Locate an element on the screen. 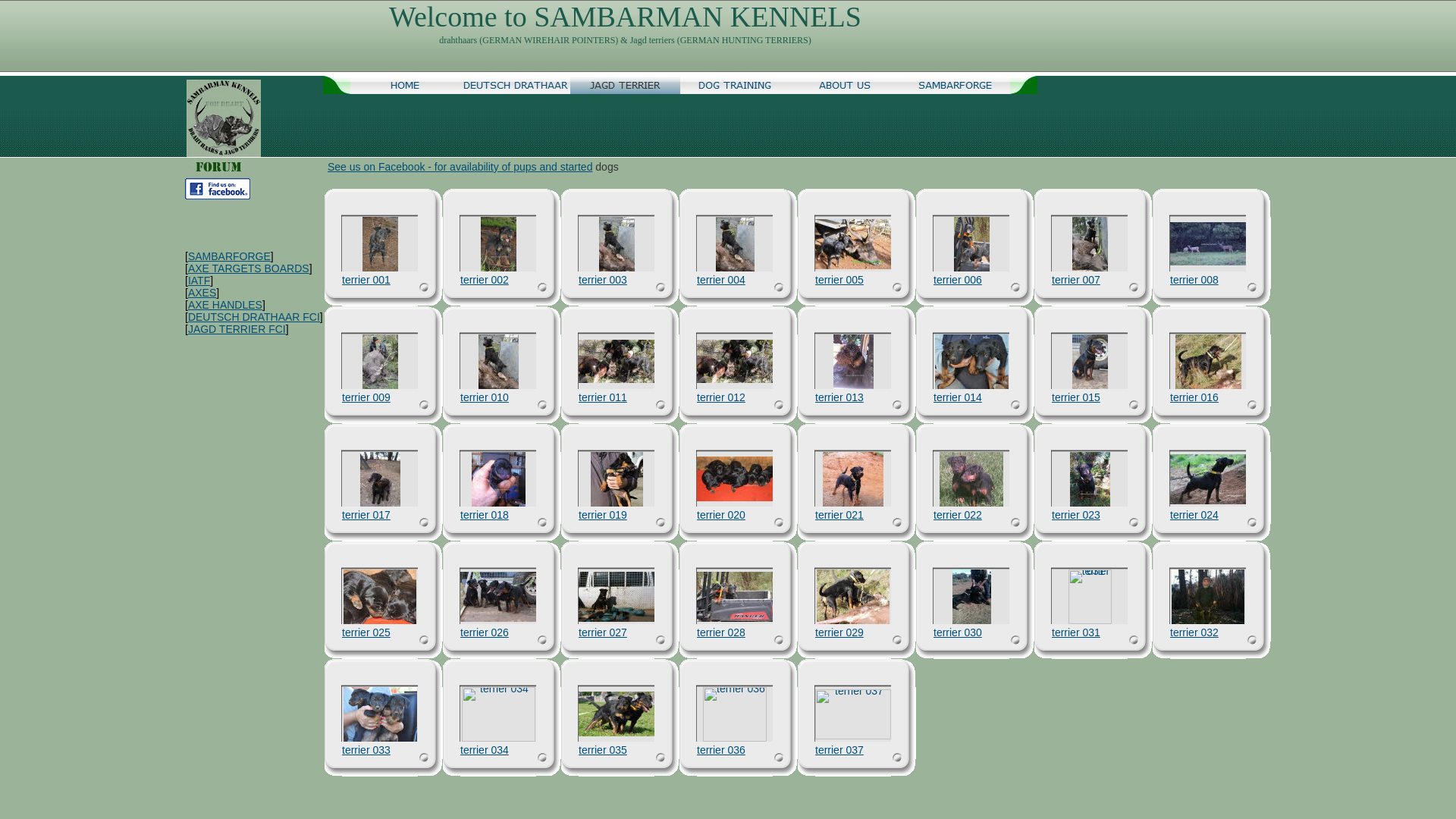 This screenshot has width=1456, height=819. 'terrier 016' is located at coordinates (1193, 397).